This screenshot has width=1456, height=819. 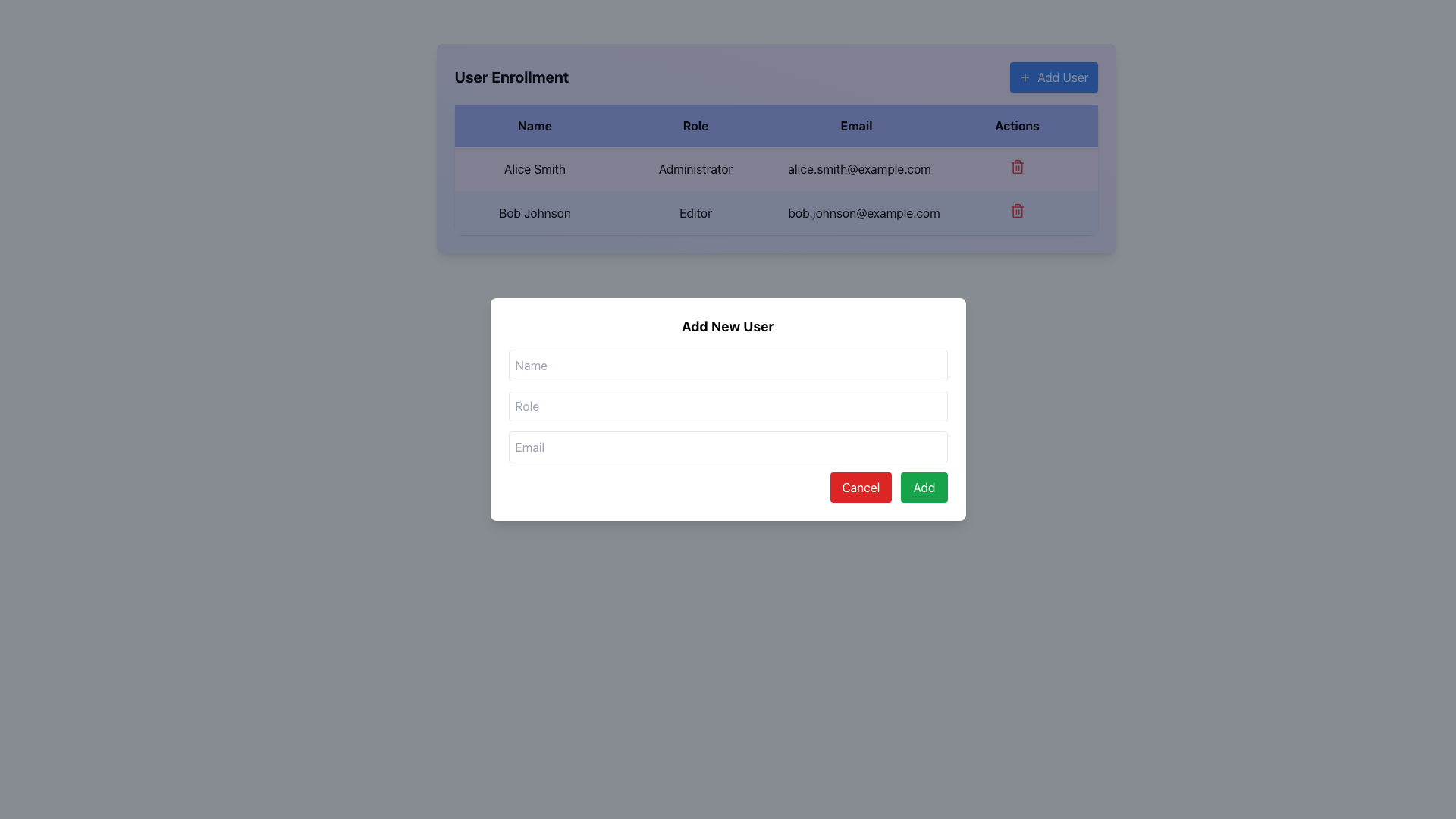 I want to click on the 'Name' text label, which is a bold black font element located in the top-left cell of the header row in the 'User Enrollment' section, so click(x=535, y=124).